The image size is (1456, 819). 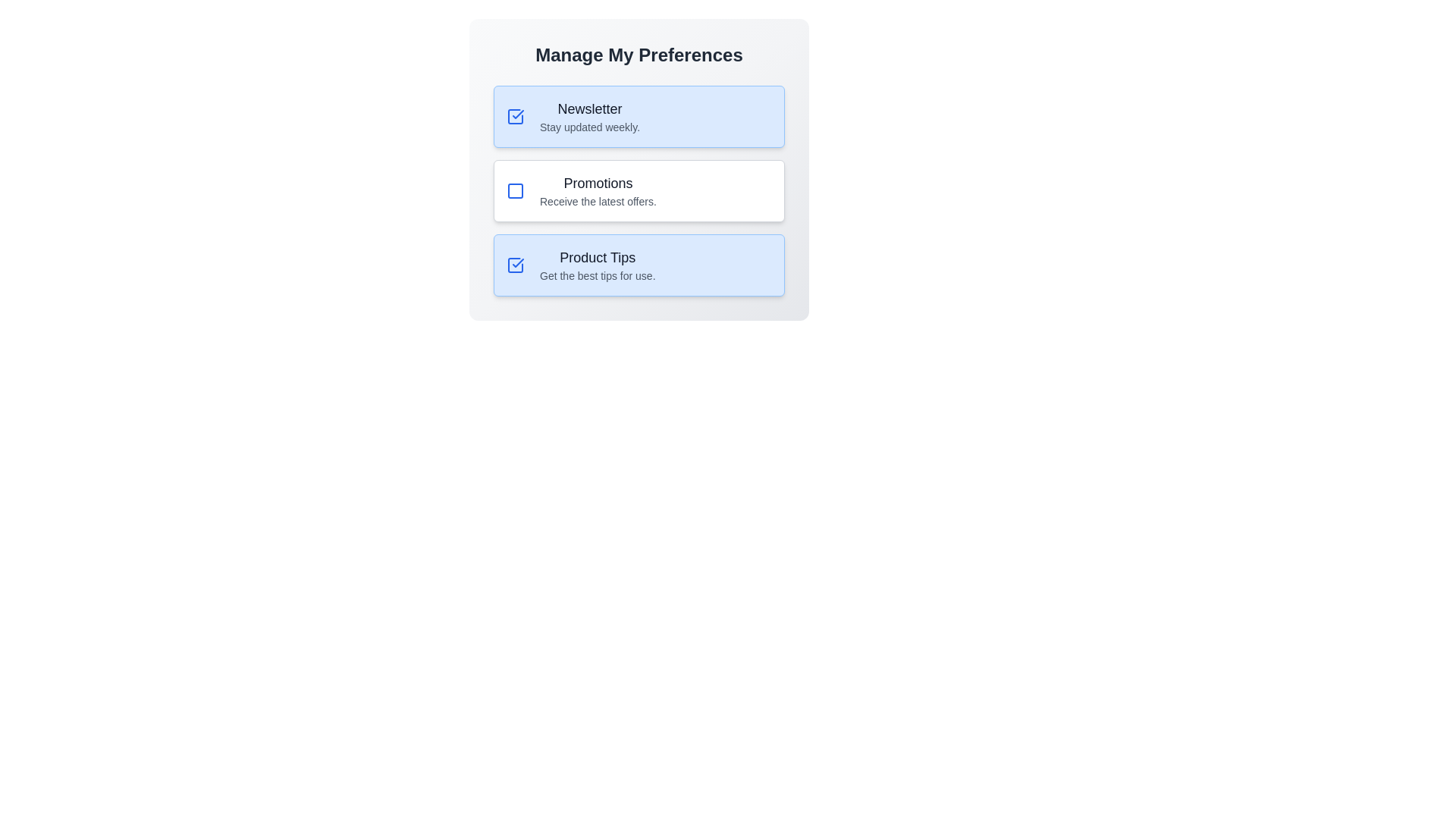 I want to click on the Checkbox Frame, which is an outlined square with rounded corners located next to the 'Newsletter' text label in the first row of the preference management list, so click(x=516, y=265).